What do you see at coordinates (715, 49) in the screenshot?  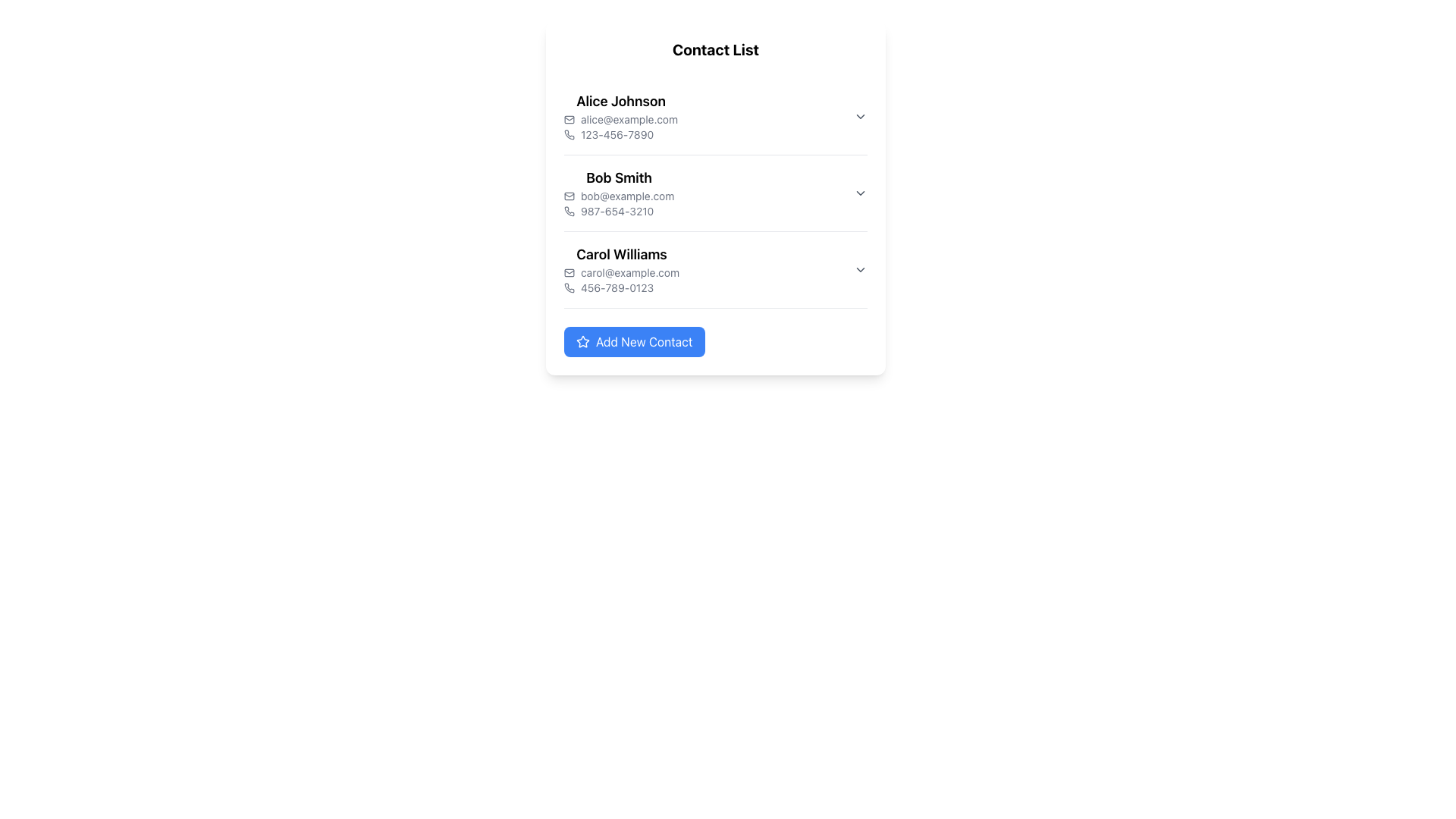 I see `the 'Contact List' title displayed in bold and enlarged font, located at the top of the white card section` at bounding box center [715, 49].